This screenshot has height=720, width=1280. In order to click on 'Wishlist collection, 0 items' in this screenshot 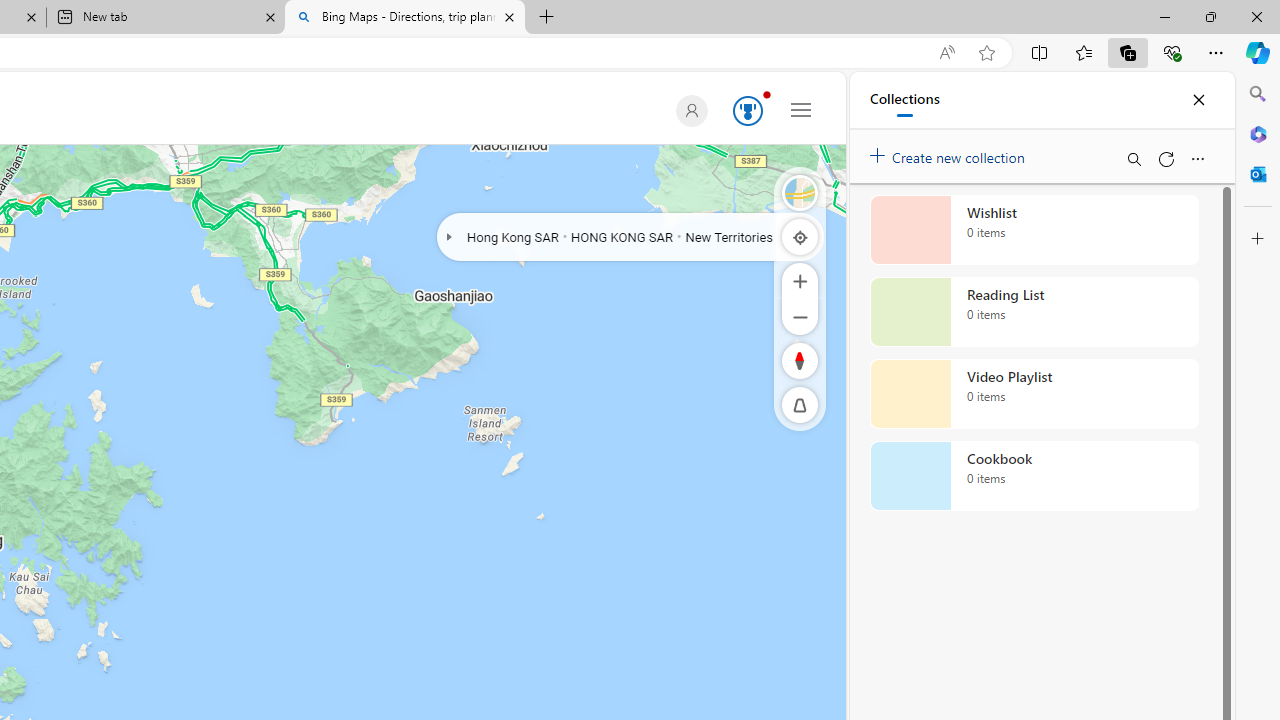, I will do `click(1034, 229)`.